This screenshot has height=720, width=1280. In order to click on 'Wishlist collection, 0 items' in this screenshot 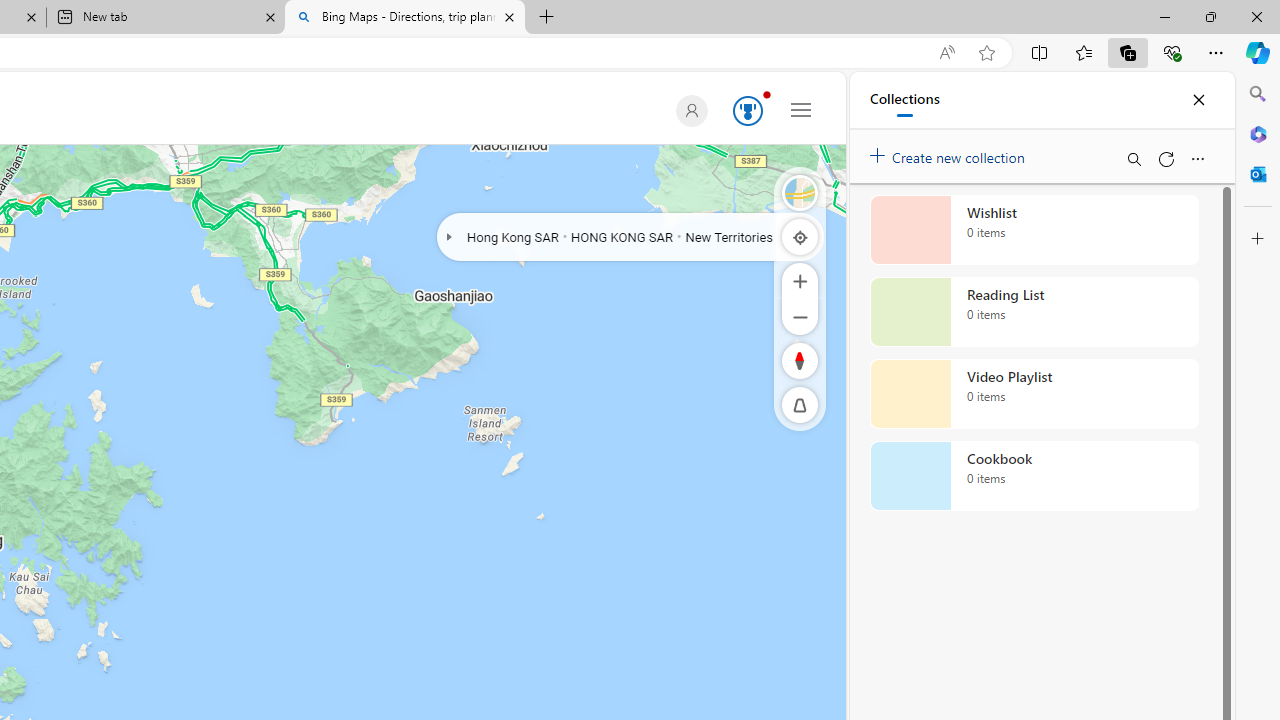, I will do `click(1034, 229)`.